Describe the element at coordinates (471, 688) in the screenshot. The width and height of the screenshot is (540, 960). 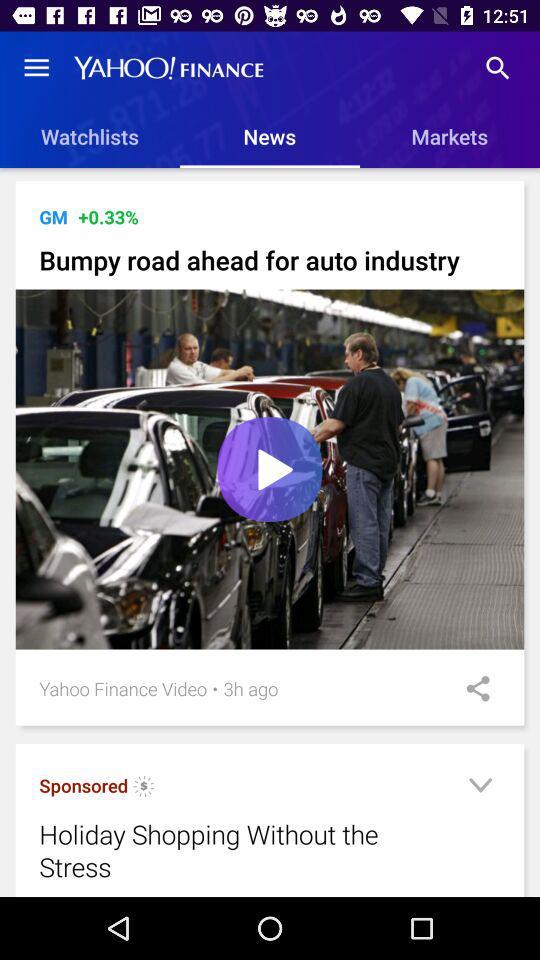
I see `the item to the right of 3h ago icon` at that location.